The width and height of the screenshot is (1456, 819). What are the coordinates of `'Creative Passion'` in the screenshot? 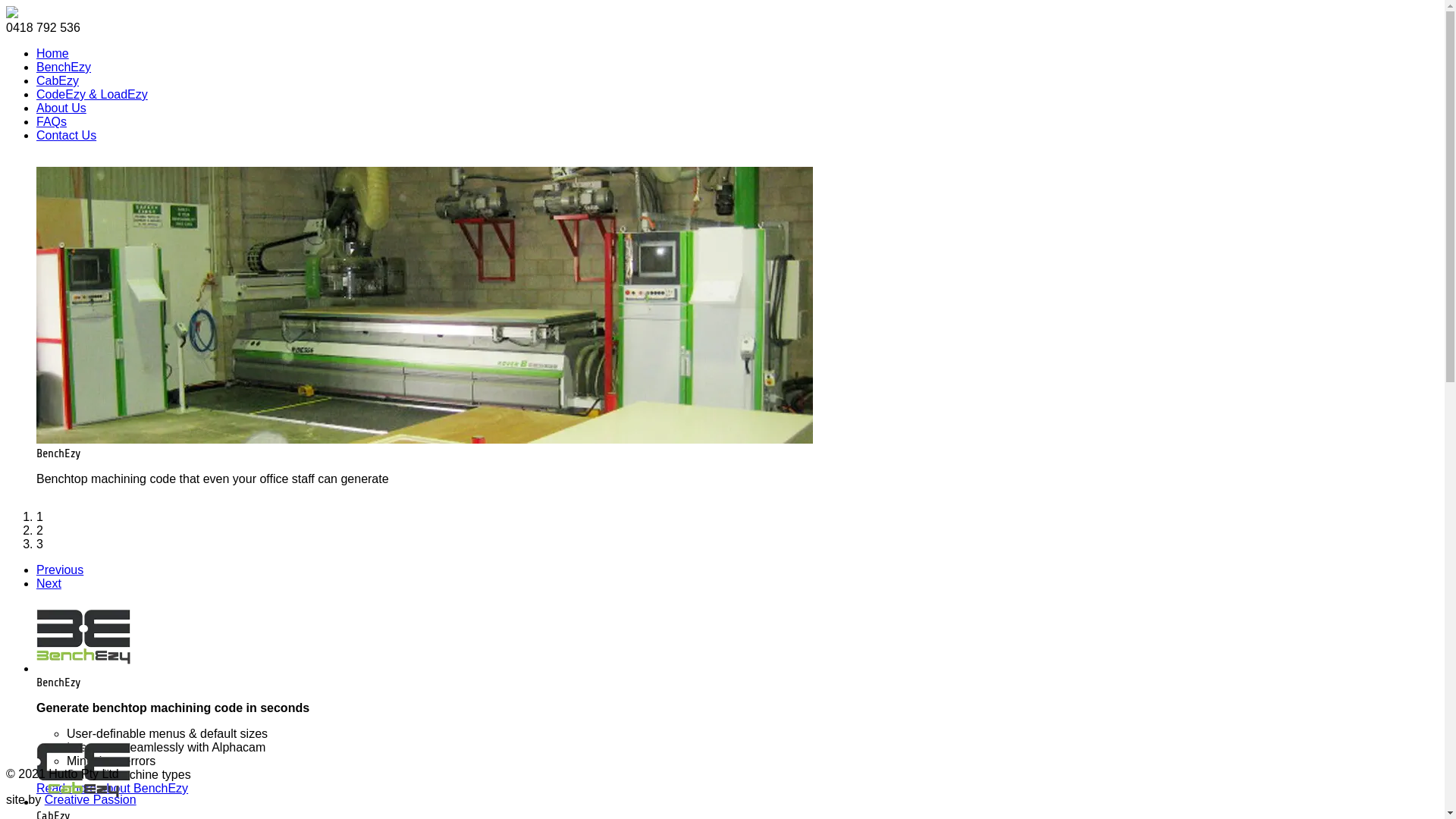 It's located at (89, 799).